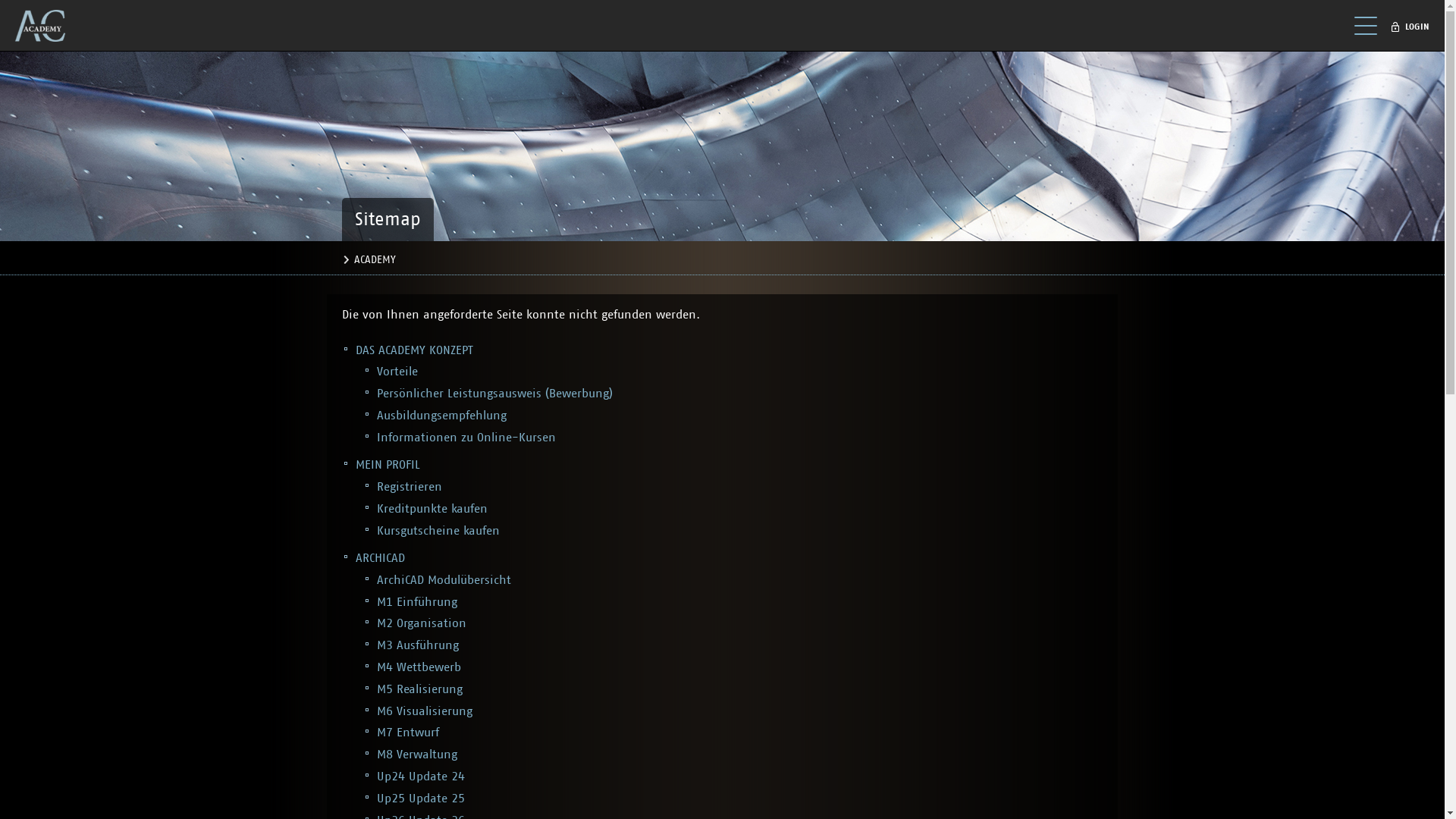 The image size is (1456, 819). I want to click on 'IDC - Nicht gefunden', so click(14, 26).